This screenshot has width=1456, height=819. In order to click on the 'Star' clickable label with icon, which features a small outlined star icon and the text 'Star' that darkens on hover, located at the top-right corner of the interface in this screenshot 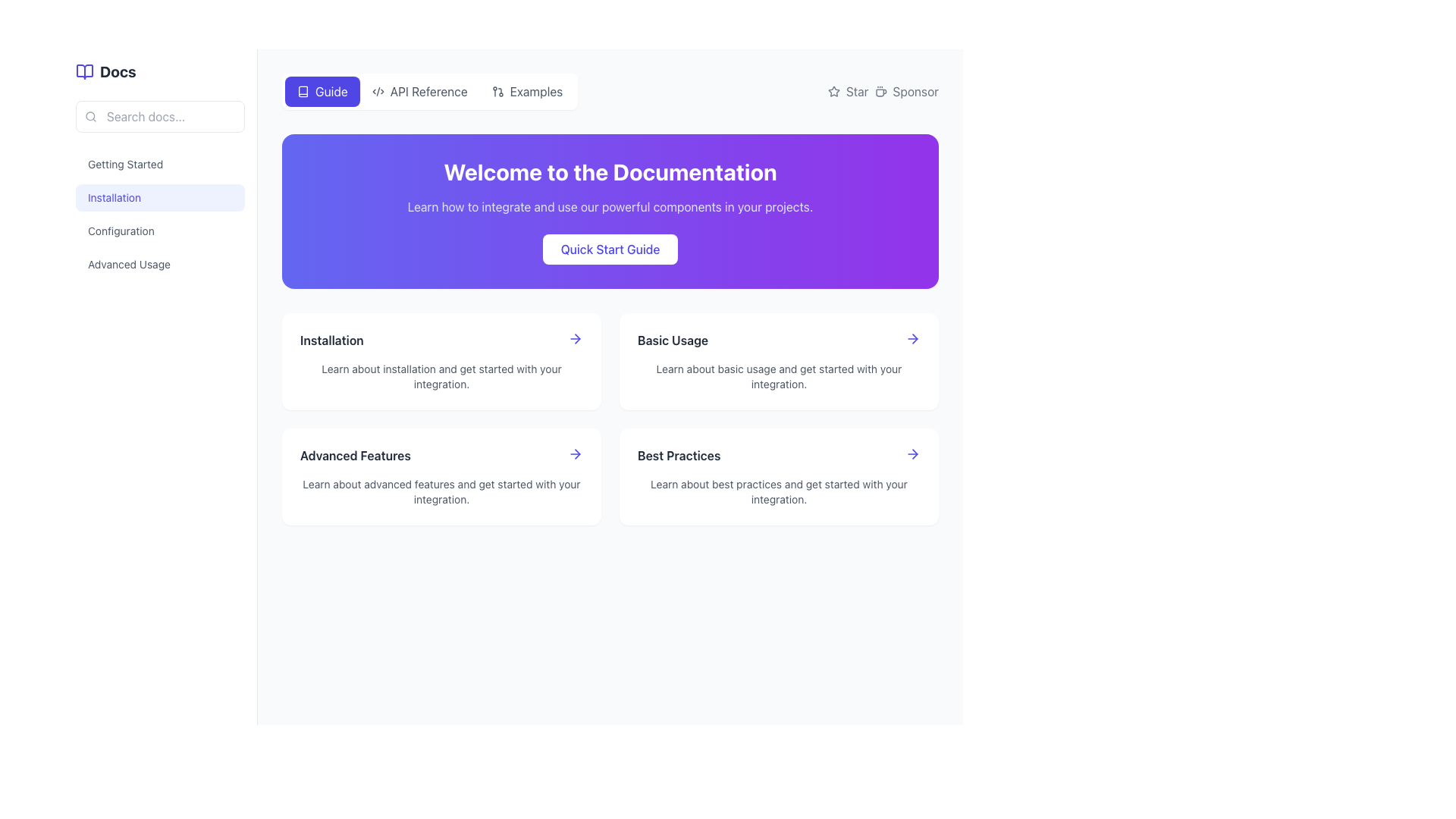, I will do `click(847, 91)`.